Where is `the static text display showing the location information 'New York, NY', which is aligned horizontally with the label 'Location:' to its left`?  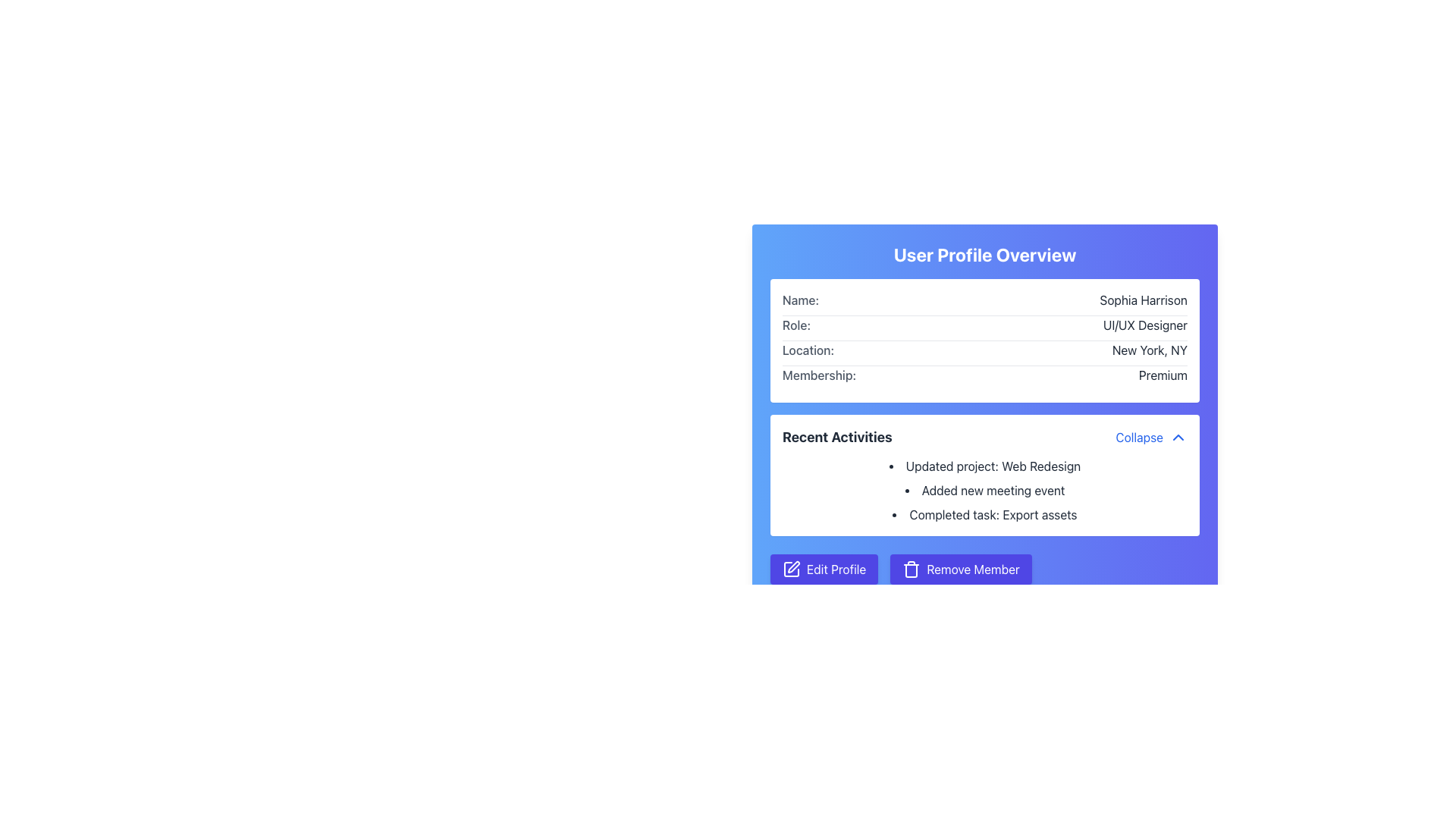 the static text display showing the location information 'New York, NY', which is aligned horizontally with the label 'Location:' to its left is located at coordinates (1150, 350).